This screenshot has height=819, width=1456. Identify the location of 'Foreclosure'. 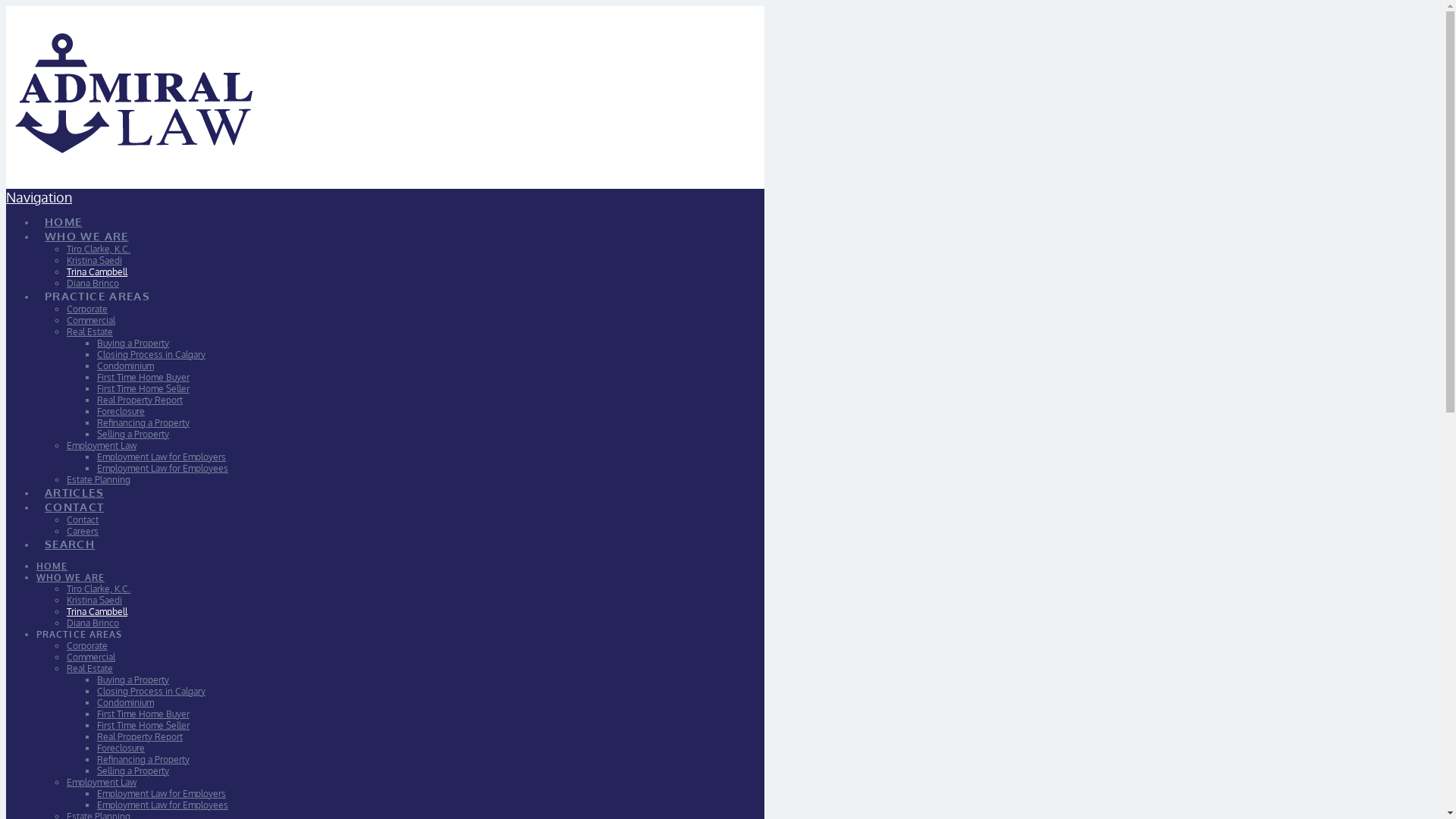
(120, 747).